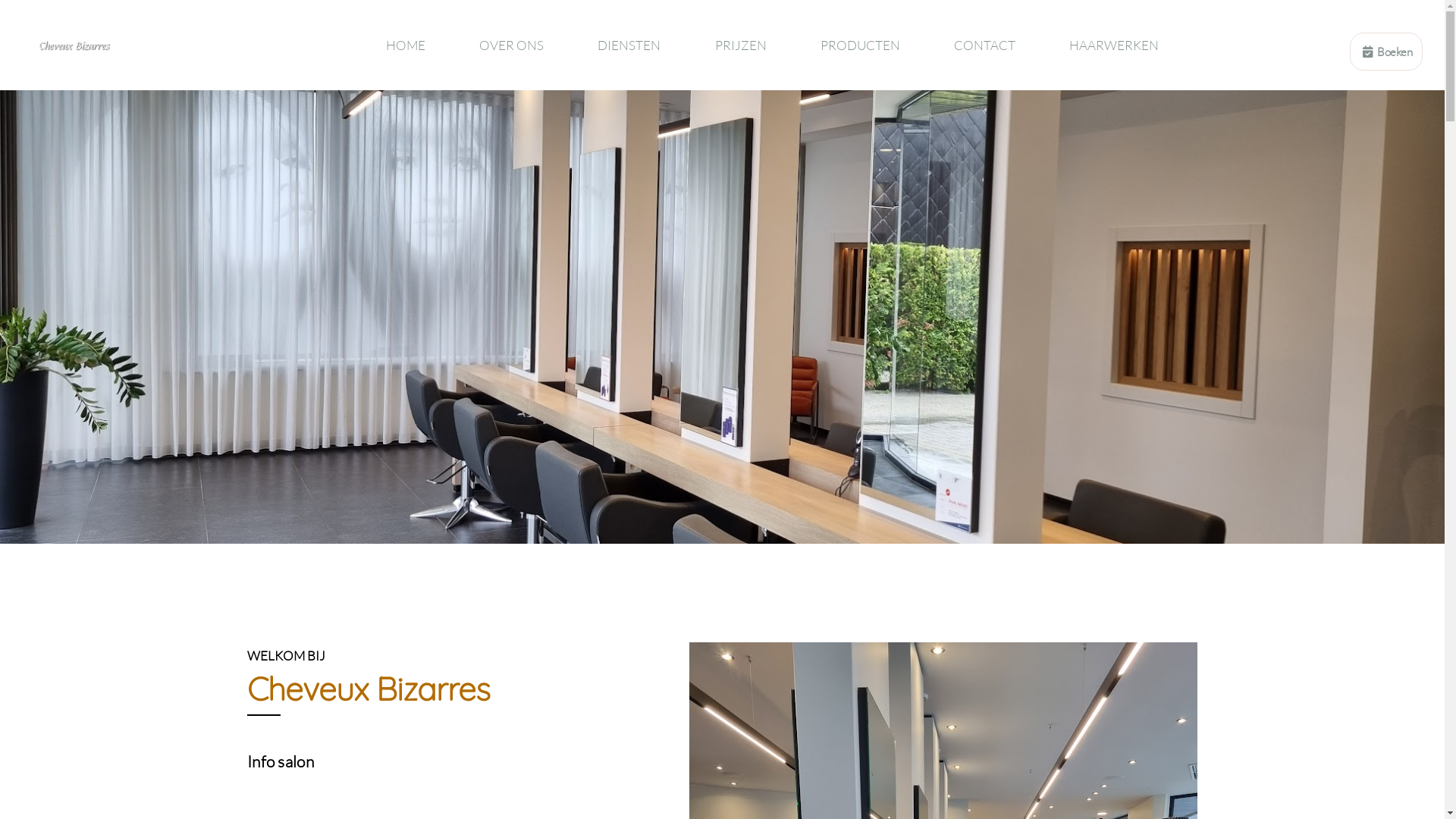 The width and height of the screenshot is (1456, 819). What do you see at coordinates (512, 44) in the screenshot?
I see `'OVER ONS'` at bounding box center [512, 44].